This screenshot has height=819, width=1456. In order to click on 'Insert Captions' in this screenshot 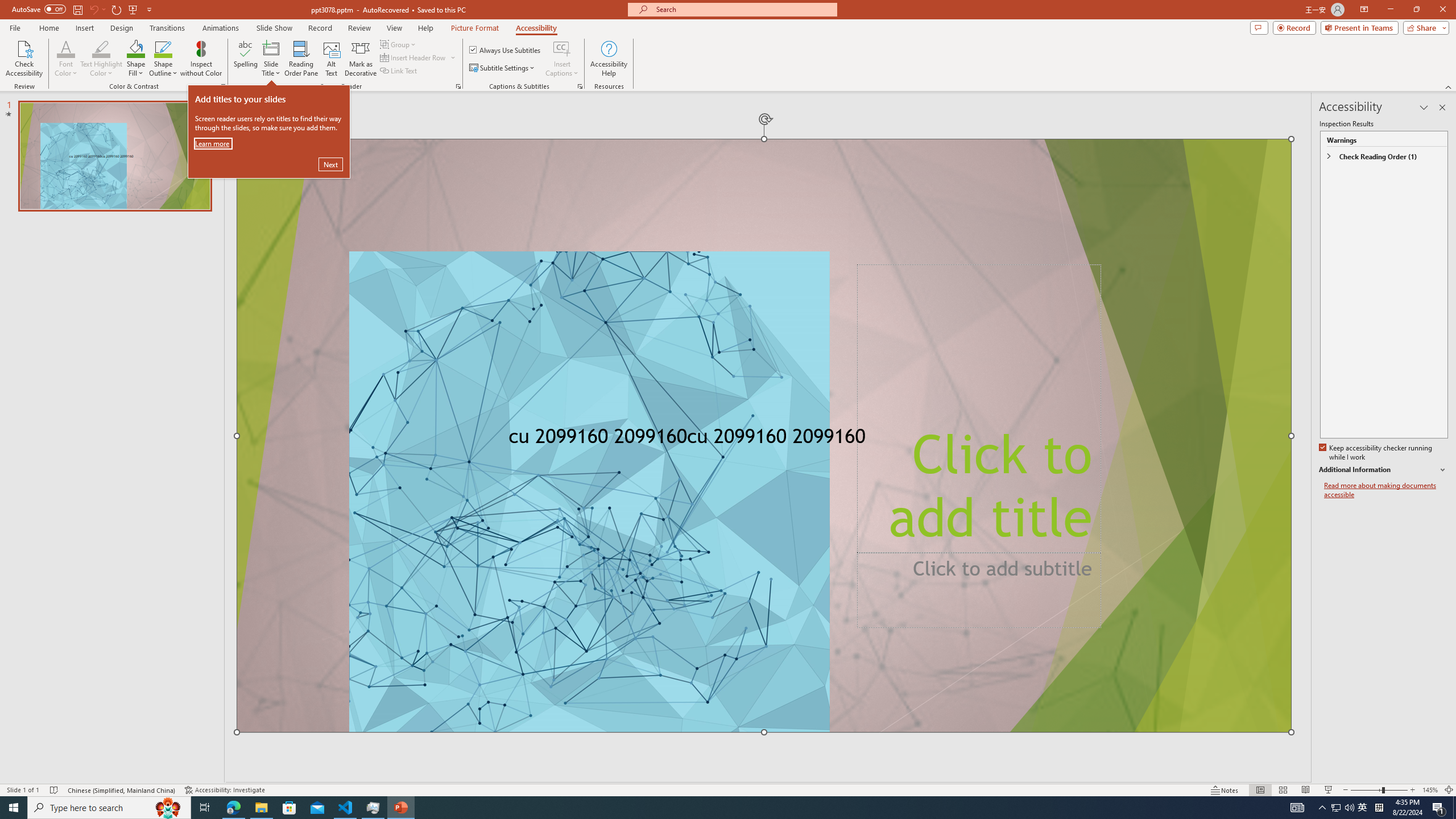, I will do `click(561, 48)`.